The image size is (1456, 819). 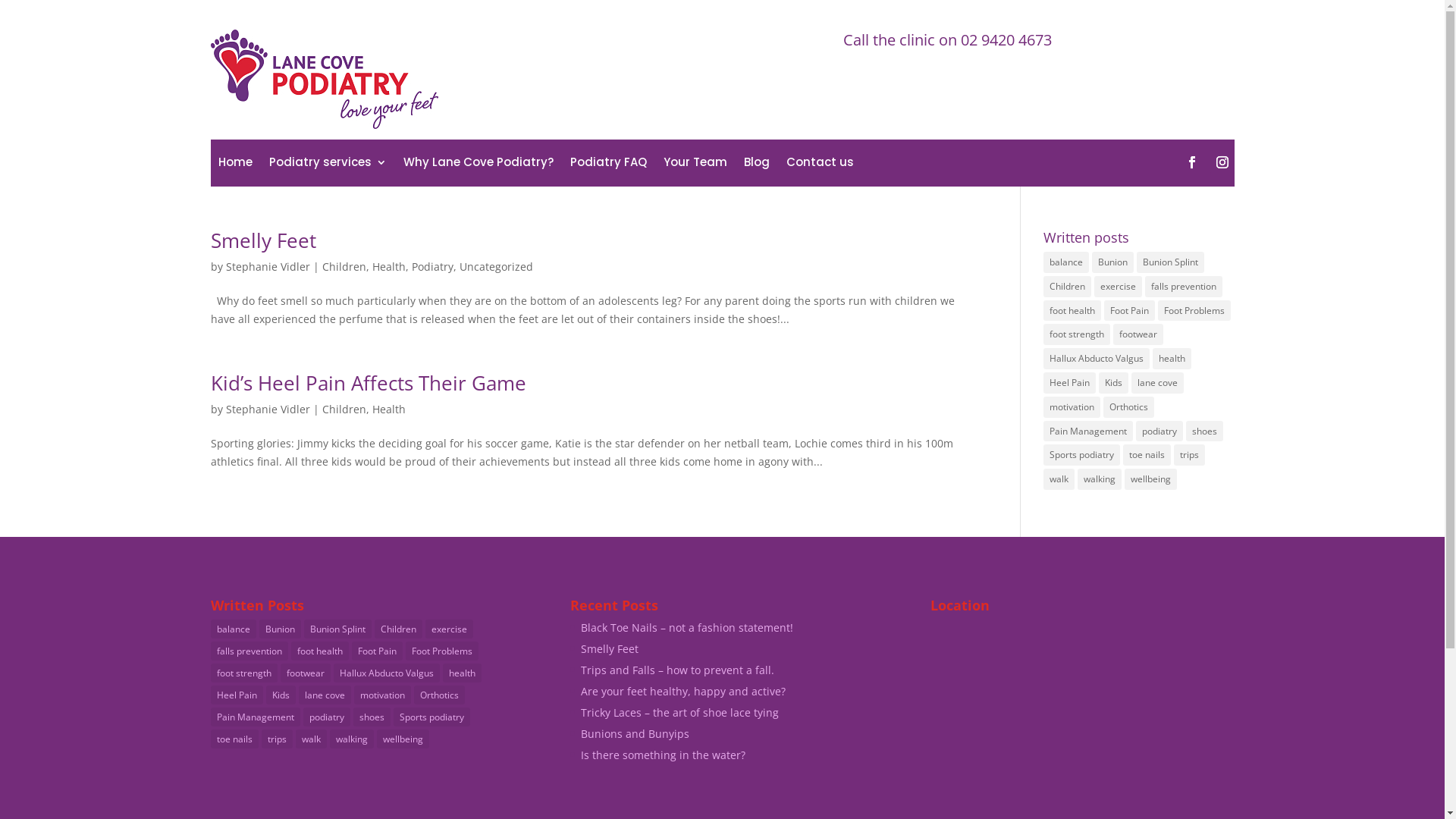 I want to click on 'foot health', so click(x=319, y=650).